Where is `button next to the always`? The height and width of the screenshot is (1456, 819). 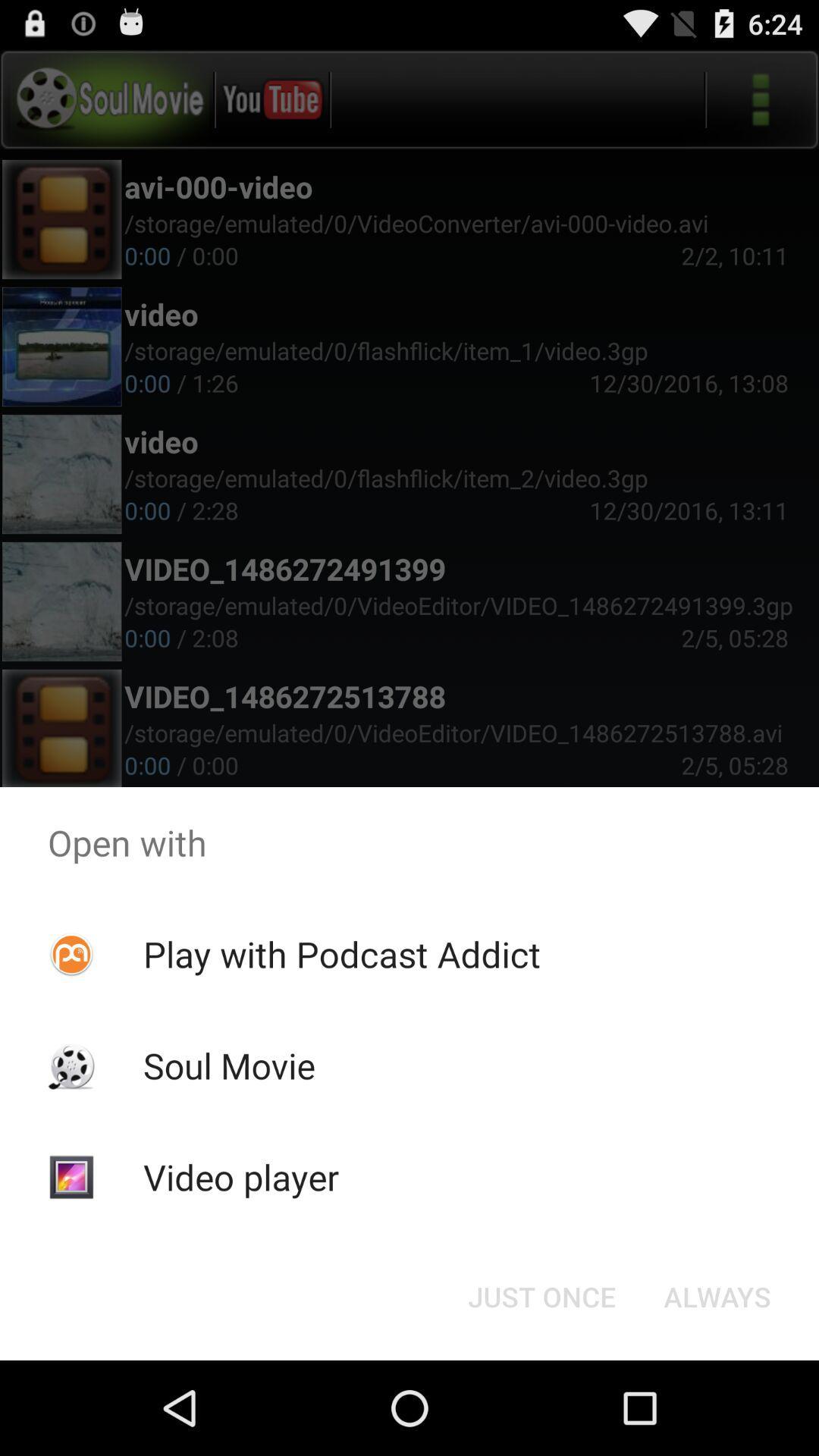
button next to the always is located at coordinates (541, 1295).